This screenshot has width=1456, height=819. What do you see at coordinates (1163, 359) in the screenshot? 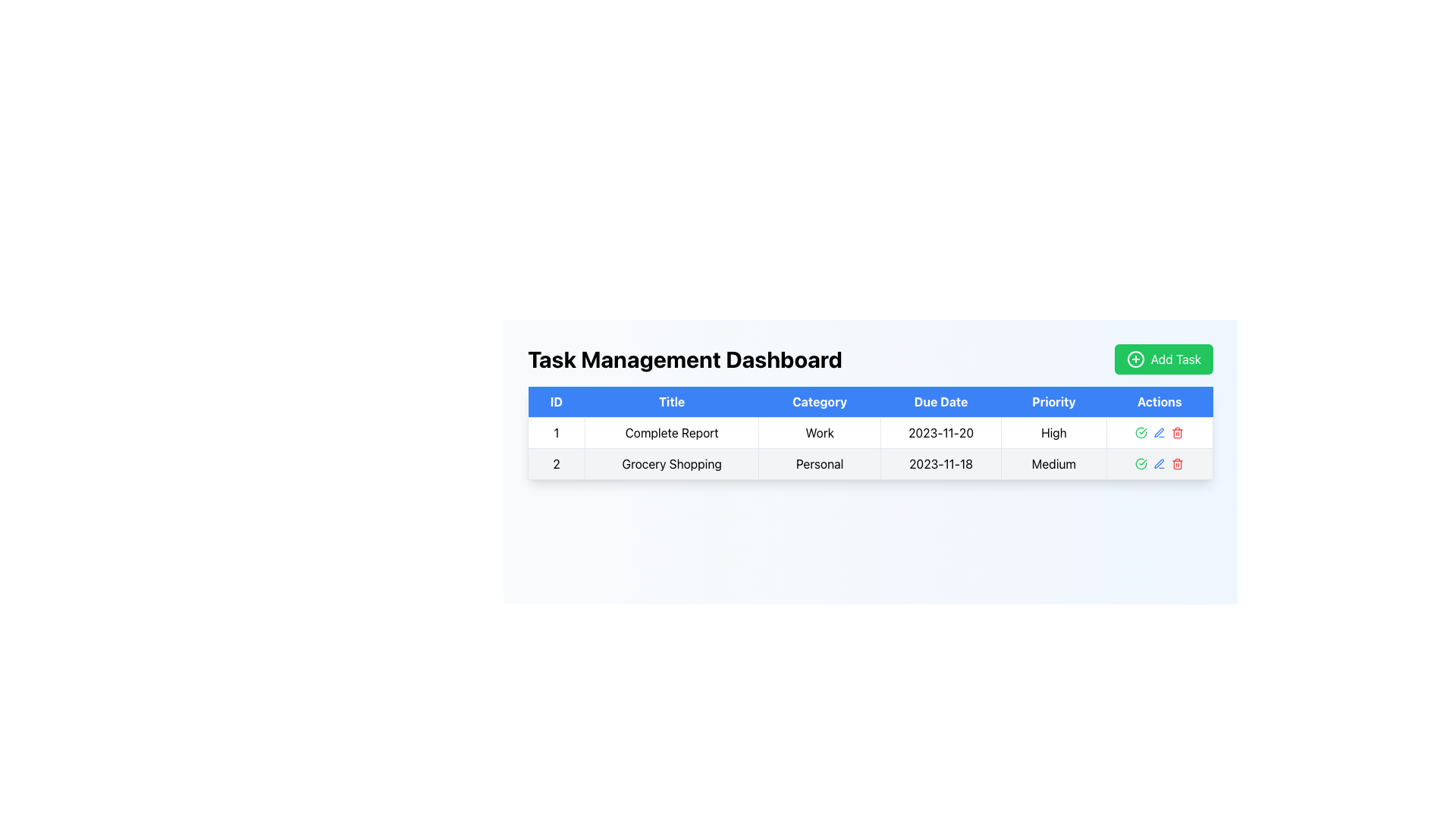
I see `the 'Add Task' button located in the upper right corner of the 'Task Management Dashboard' interface` at bounding box center [1163, 359].